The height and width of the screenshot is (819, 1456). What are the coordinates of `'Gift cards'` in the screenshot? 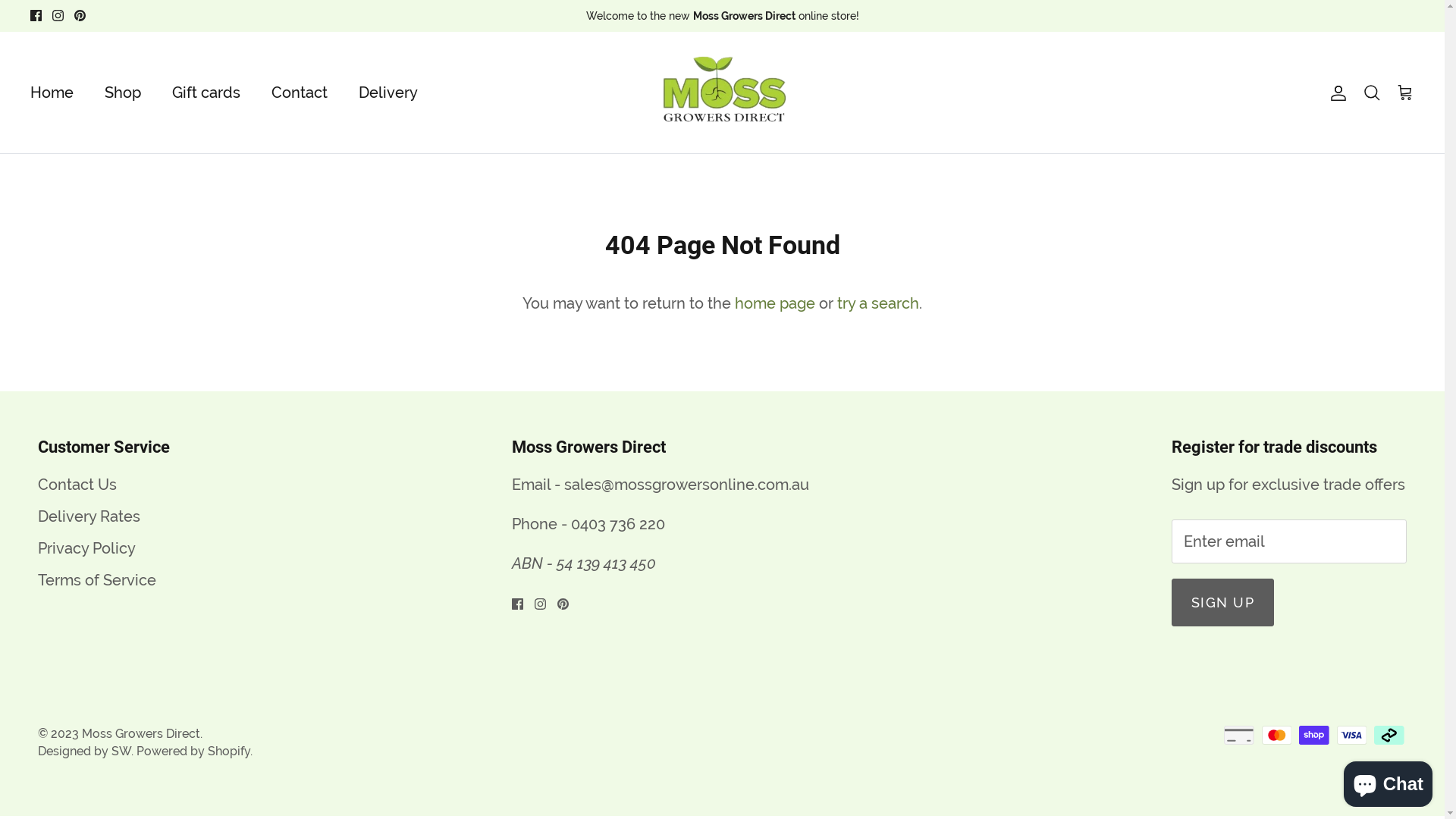 It's located at (206, 93).